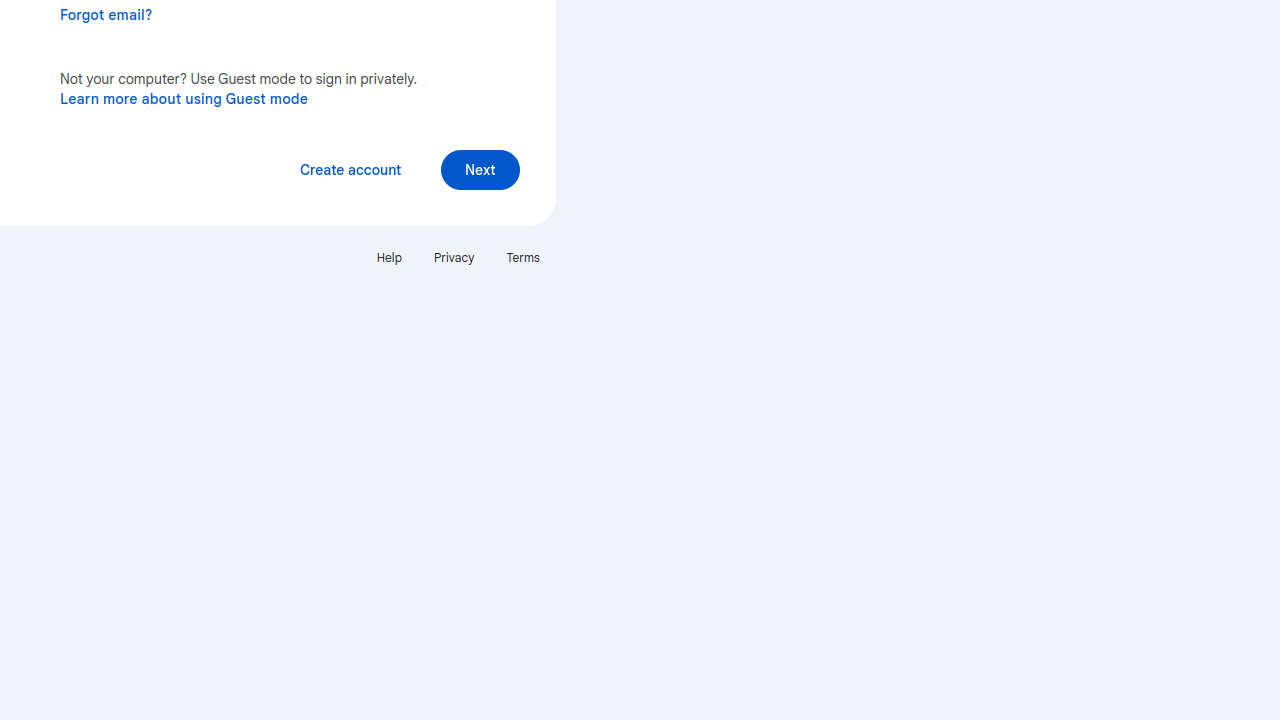 The height and width of the screenshot is (720, 1280). I want to click on 'Forgot email?', so click(105, 14).